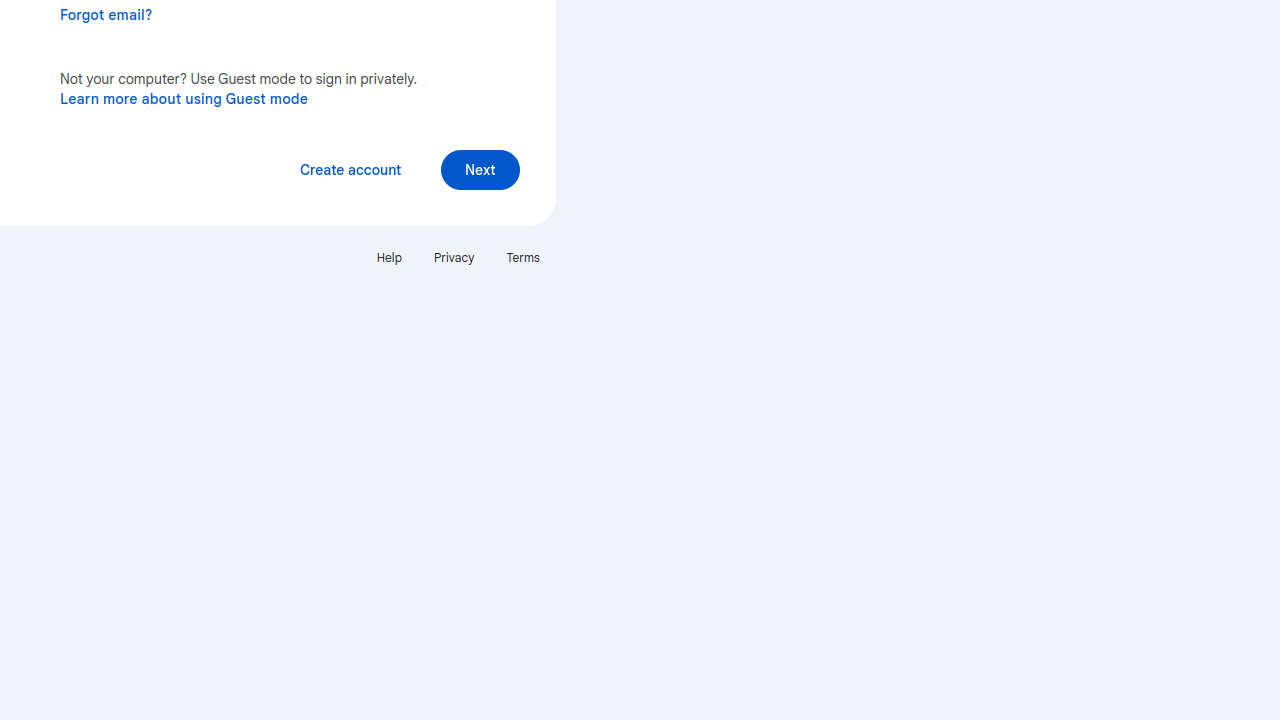 The height and width of the screenshot is (720, 1280). I want to click on 'Forgot email?', so click(105, 14).